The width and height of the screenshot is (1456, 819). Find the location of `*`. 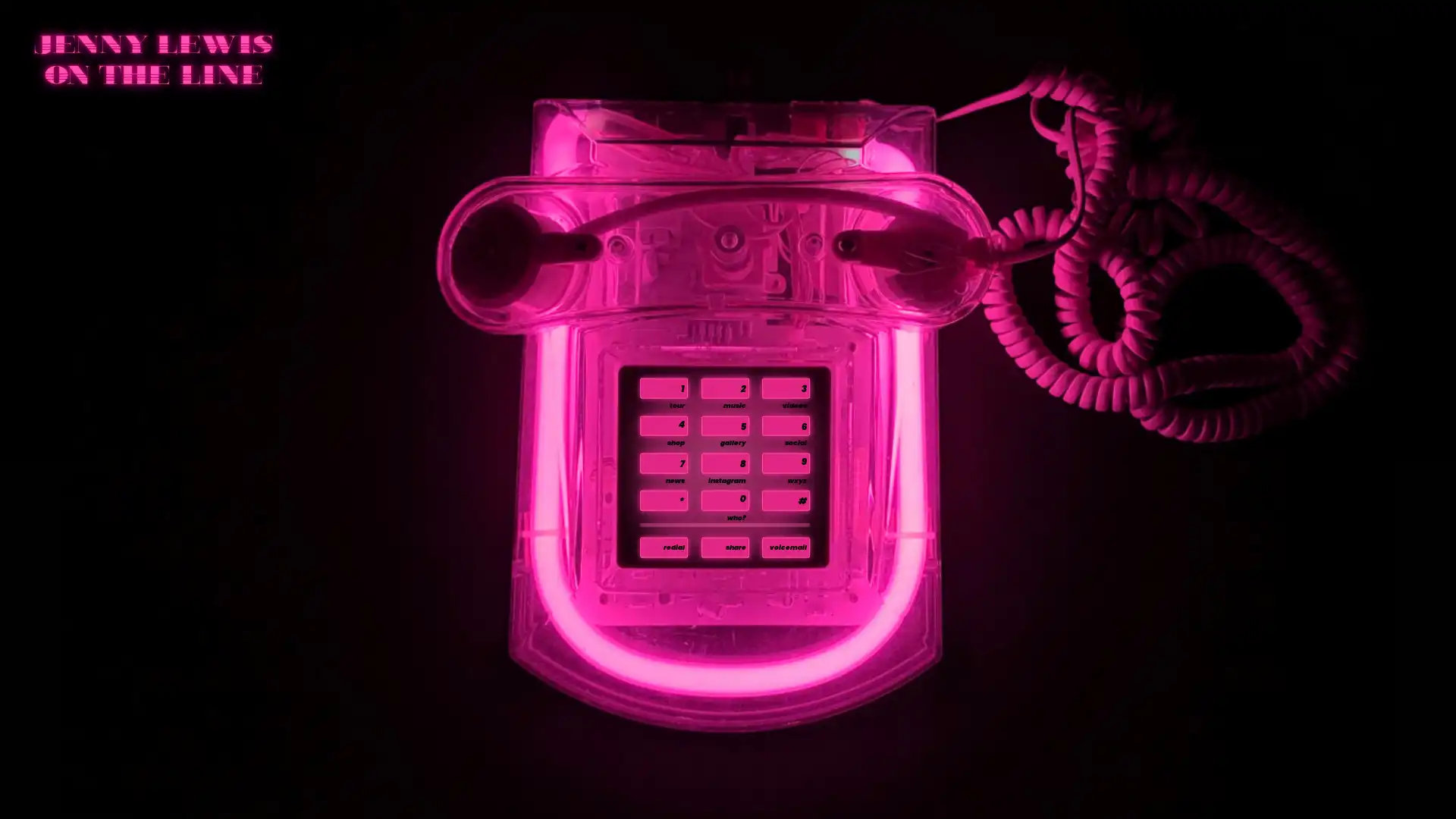

* is located at coordinates (664, 500).